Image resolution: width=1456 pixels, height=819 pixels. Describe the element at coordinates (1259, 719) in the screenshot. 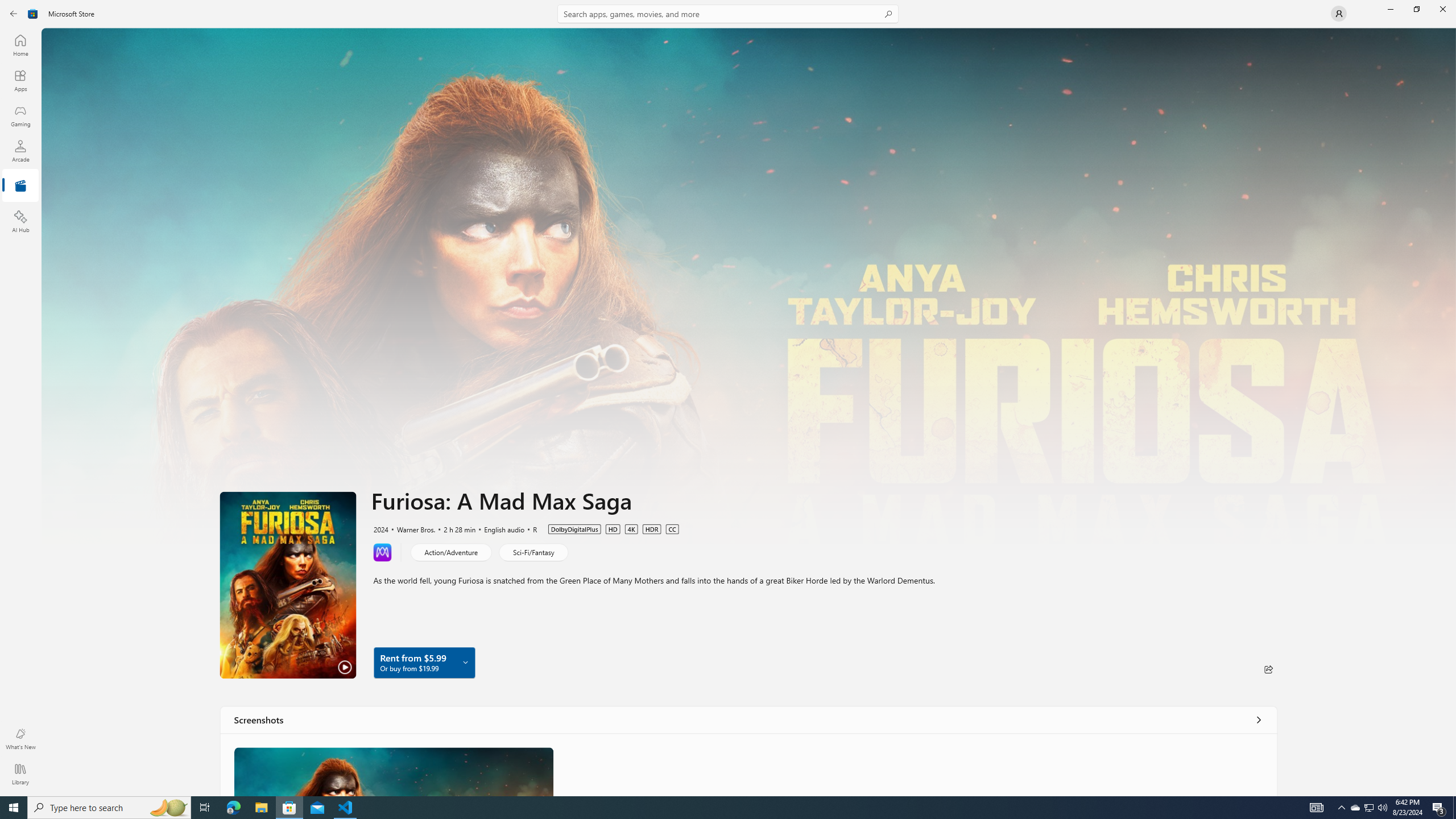

I see `'See all'` at that location.